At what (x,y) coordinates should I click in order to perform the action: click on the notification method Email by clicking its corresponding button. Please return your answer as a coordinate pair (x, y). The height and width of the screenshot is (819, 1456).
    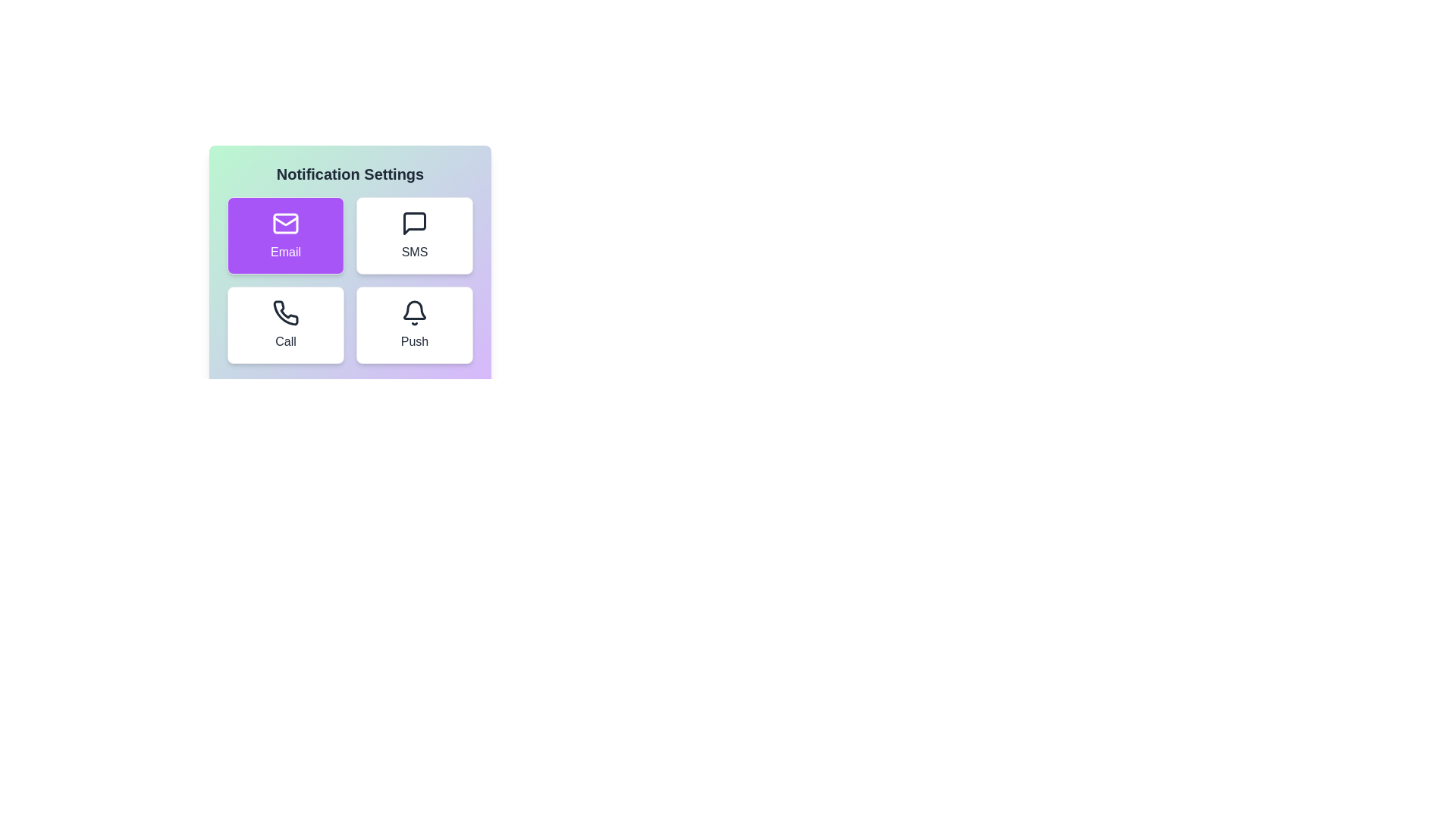
    Looking at the image, I should click on (286, 236).